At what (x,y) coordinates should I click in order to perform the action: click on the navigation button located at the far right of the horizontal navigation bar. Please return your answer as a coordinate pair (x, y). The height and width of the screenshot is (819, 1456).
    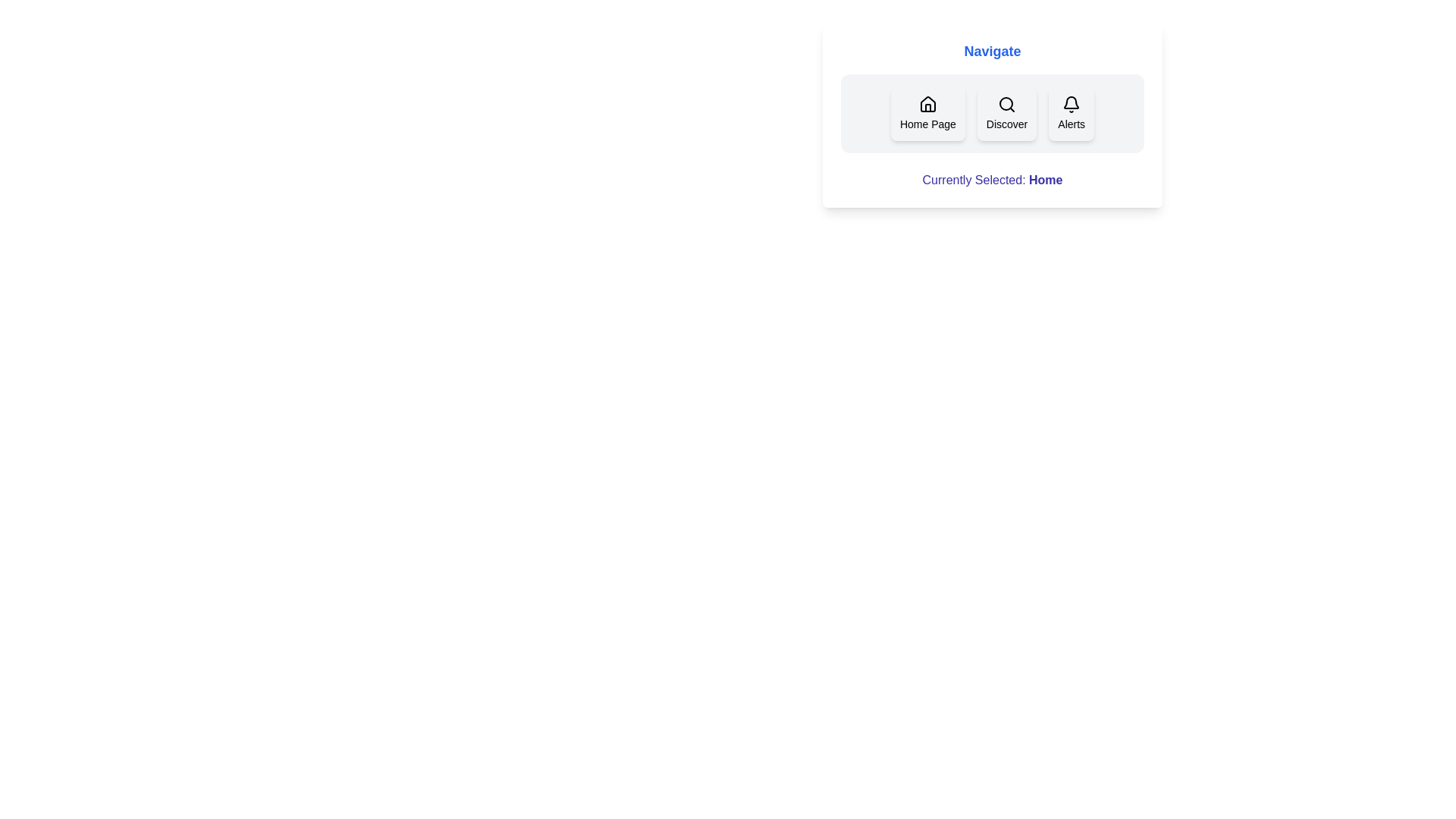
    Looking at the image, I should click on (1071, 113).